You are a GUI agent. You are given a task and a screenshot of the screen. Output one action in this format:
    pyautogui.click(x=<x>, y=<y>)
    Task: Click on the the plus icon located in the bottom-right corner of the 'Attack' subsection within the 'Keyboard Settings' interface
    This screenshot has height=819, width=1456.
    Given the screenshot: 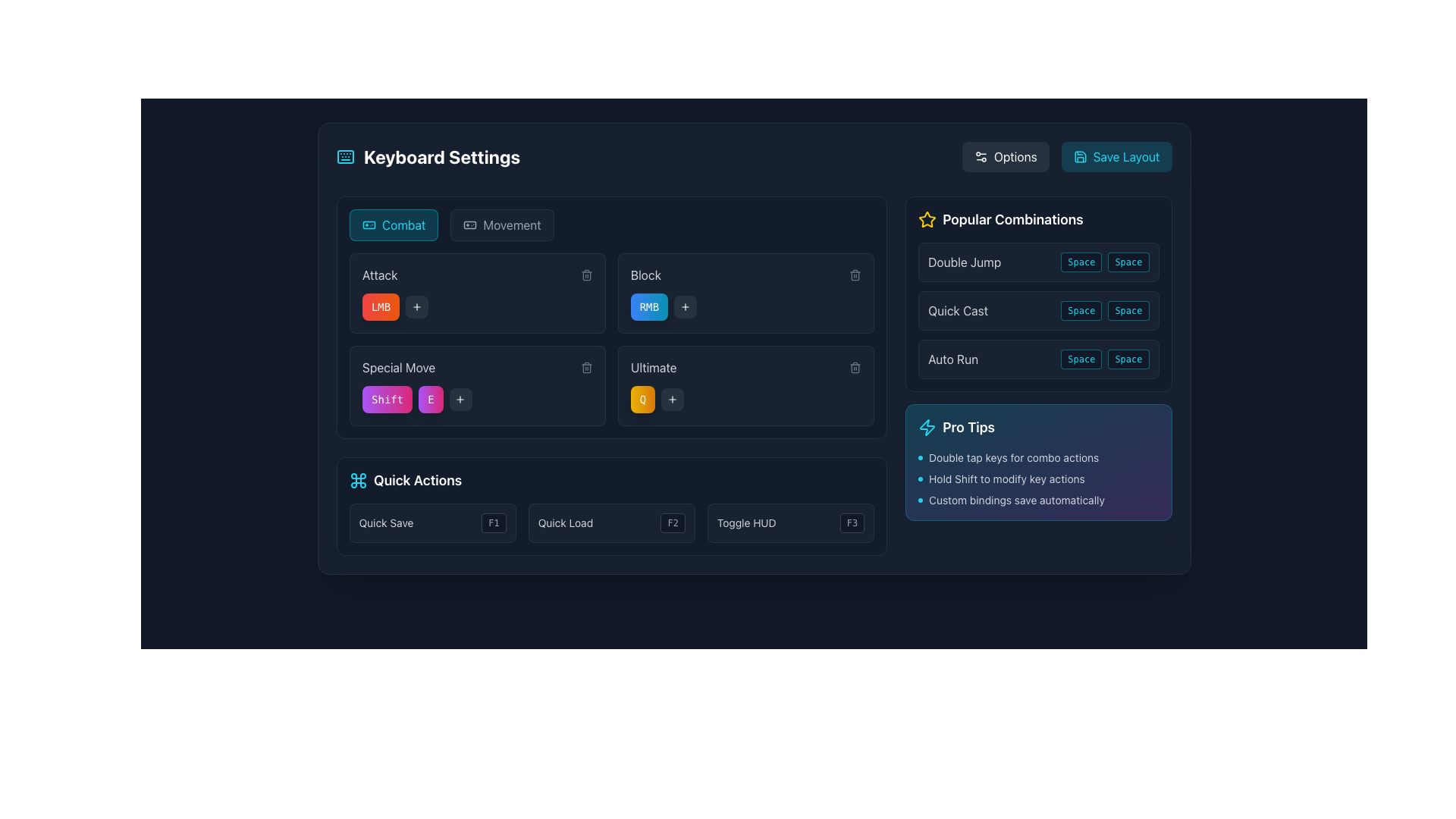 What is the action you would take?
    pyautogui.click(x=685, y=307)
    